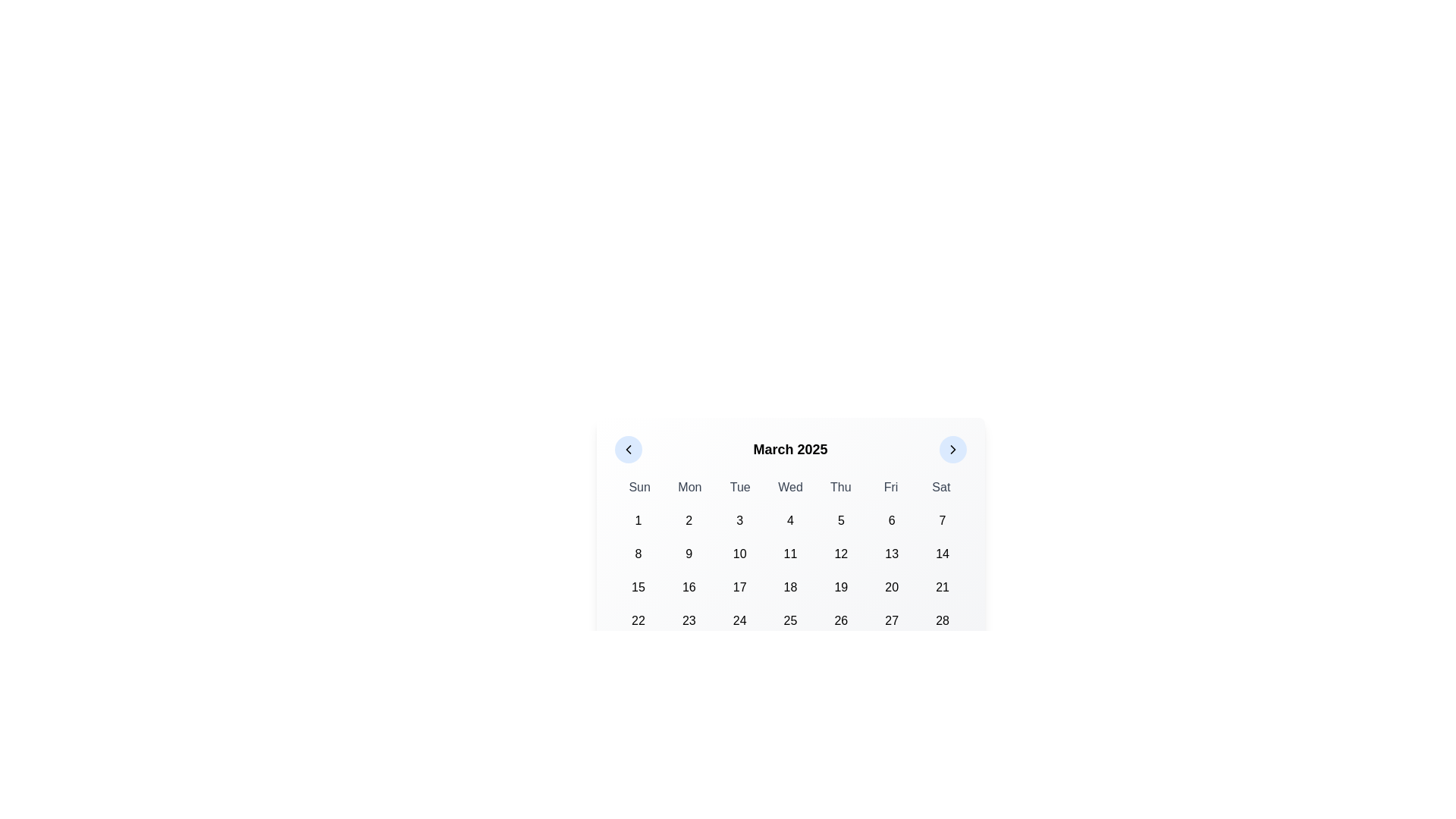  Describe the element at coordinates (952, 449) in the screenshot. I see `the right-facing chevron icon embedded in the circular button with a light blue background, located at the top-right corner of the calendar interface for March 2025, to check for any animation or visual changes` at that location.